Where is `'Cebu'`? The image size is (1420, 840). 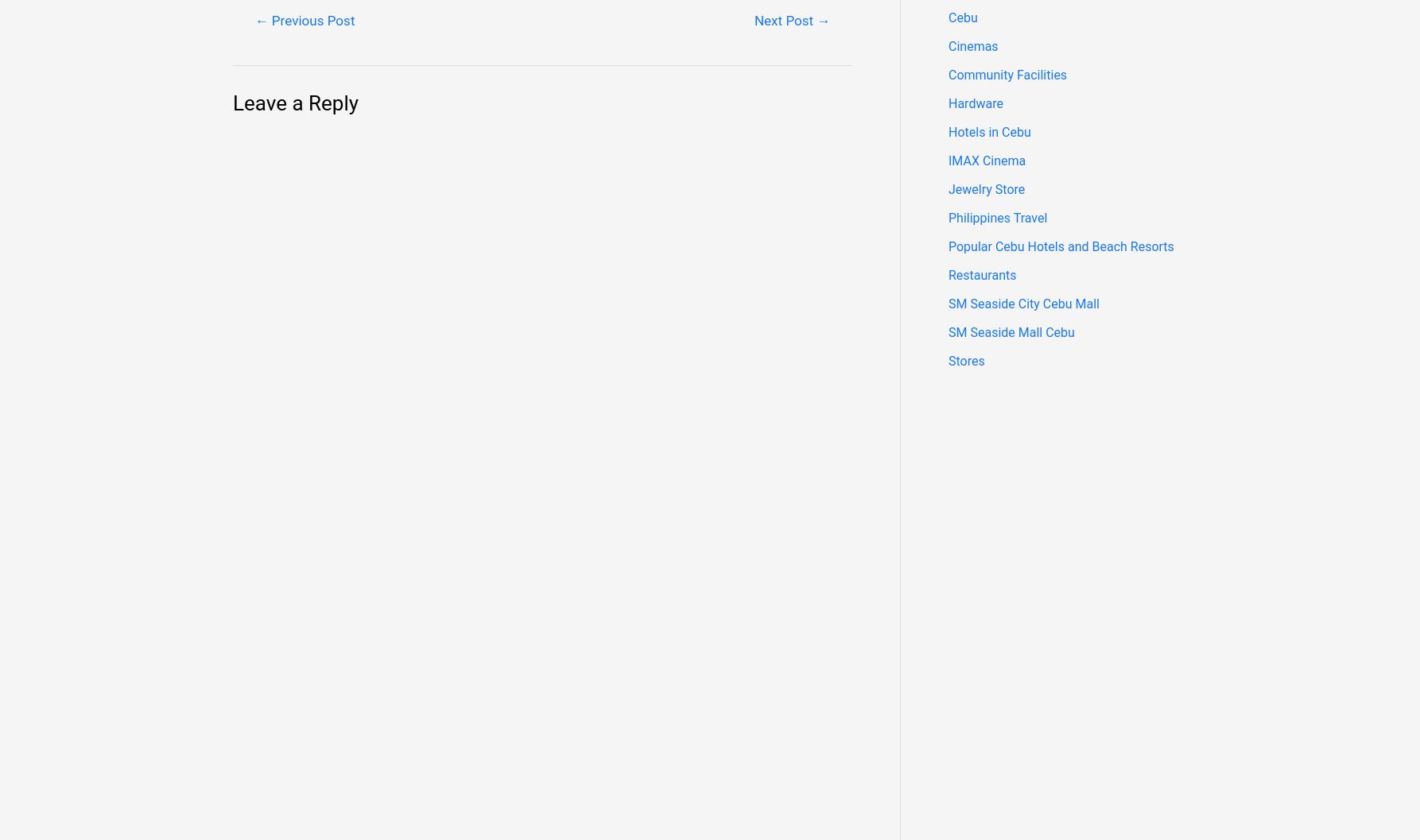 'Cebu' is located at coordinates (963, 17).